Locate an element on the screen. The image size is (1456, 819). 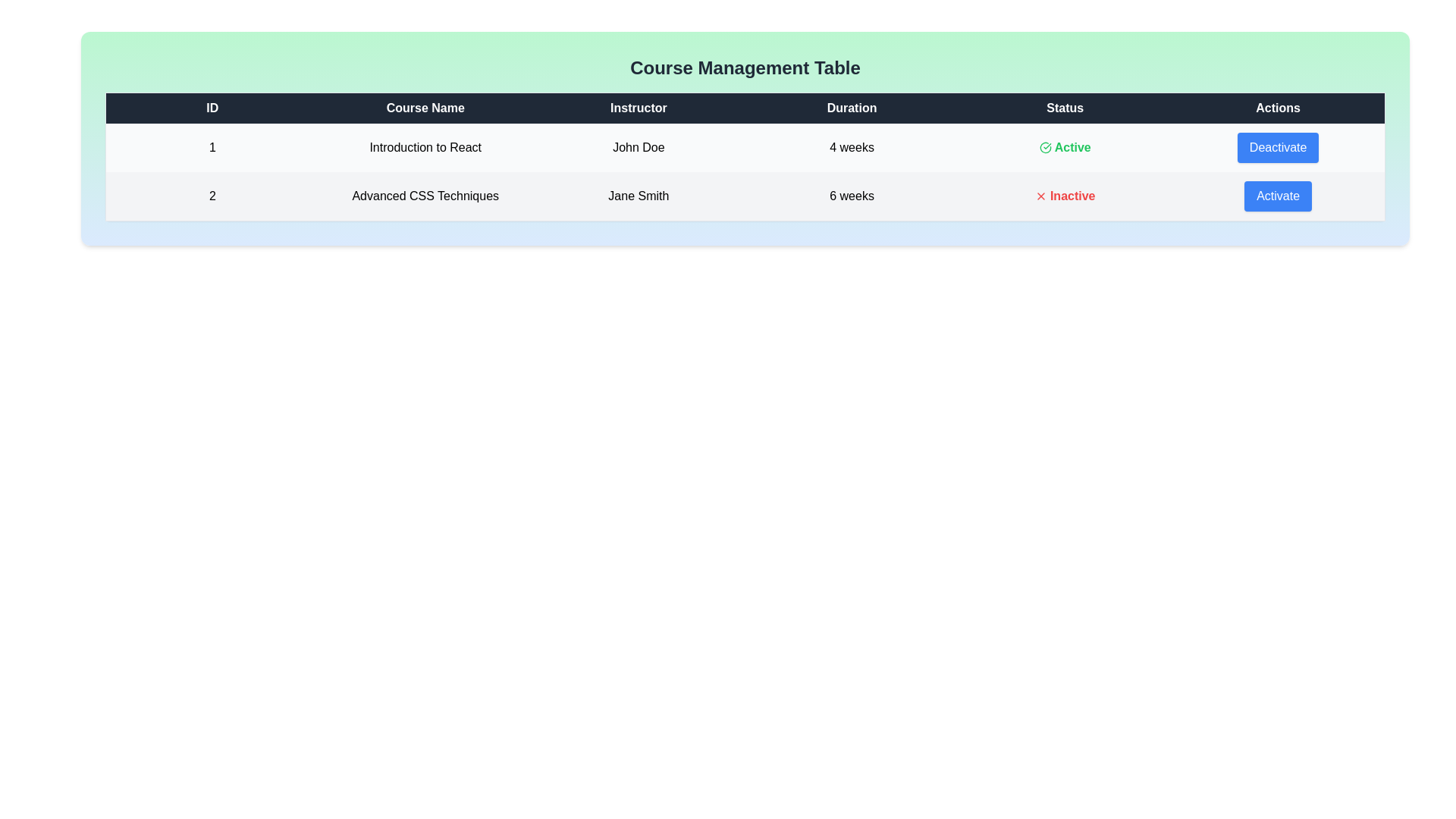
the Text label that identifies the course name, which is the second column of the first data row in the table, adjacent to '1' on the left and 'John Doe' on the right is located at coordinates (425, 148).